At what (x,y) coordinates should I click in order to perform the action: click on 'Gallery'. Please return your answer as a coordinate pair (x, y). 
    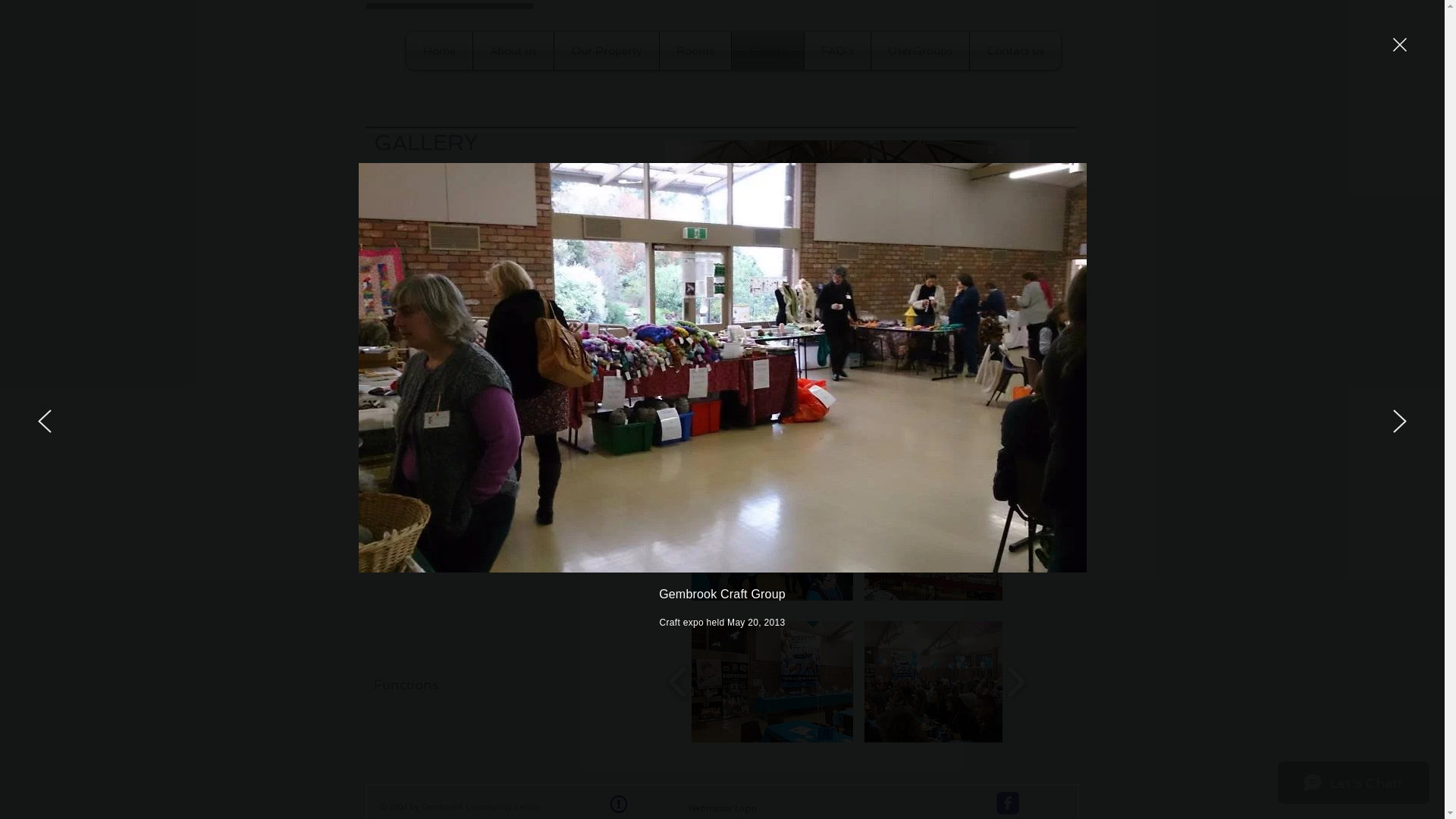
    Looking at the image, I should click on (767, 49).